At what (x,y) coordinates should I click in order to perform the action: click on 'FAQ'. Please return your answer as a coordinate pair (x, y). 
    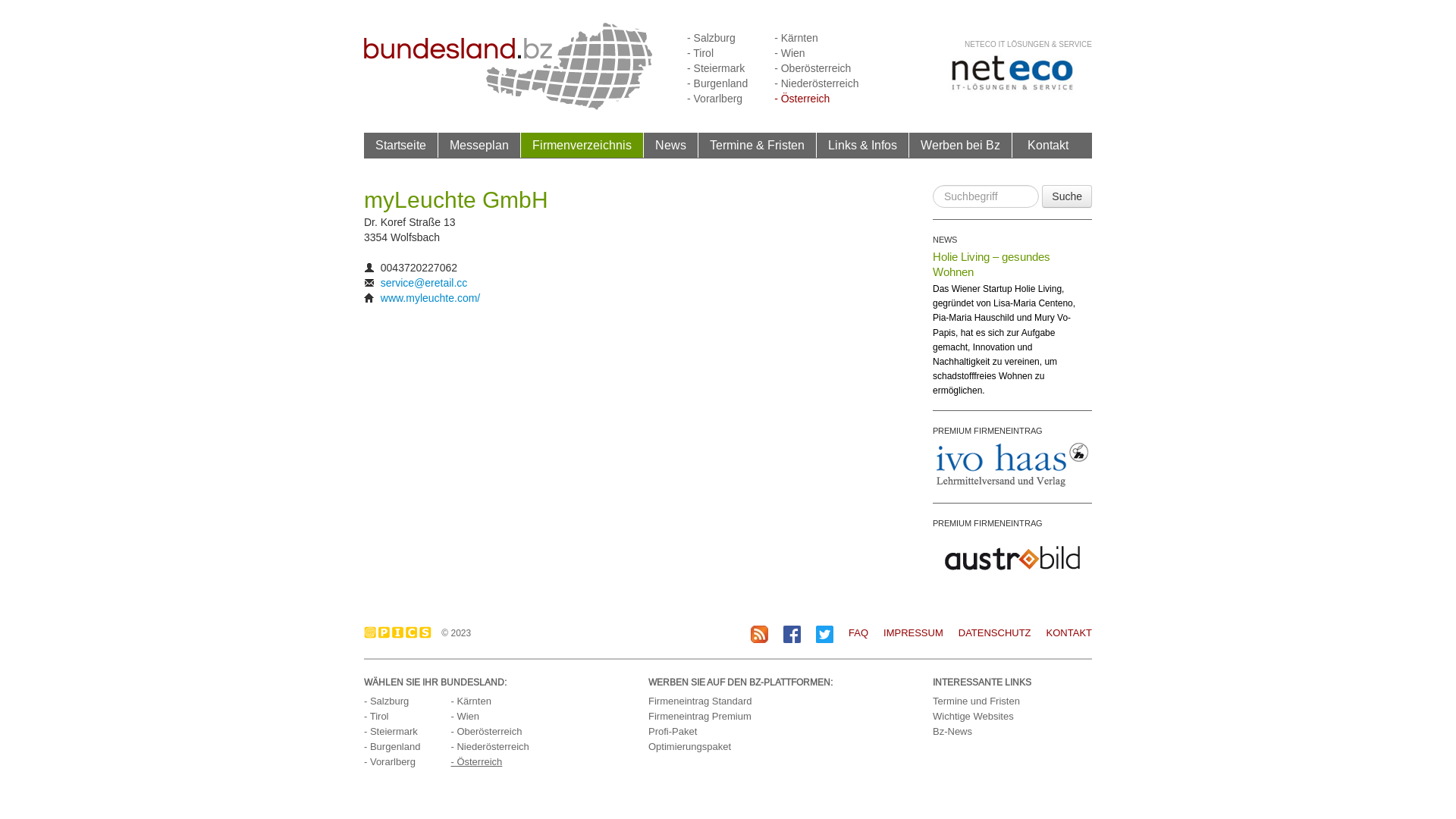
    Looking at the image, I should click on (858, 632).